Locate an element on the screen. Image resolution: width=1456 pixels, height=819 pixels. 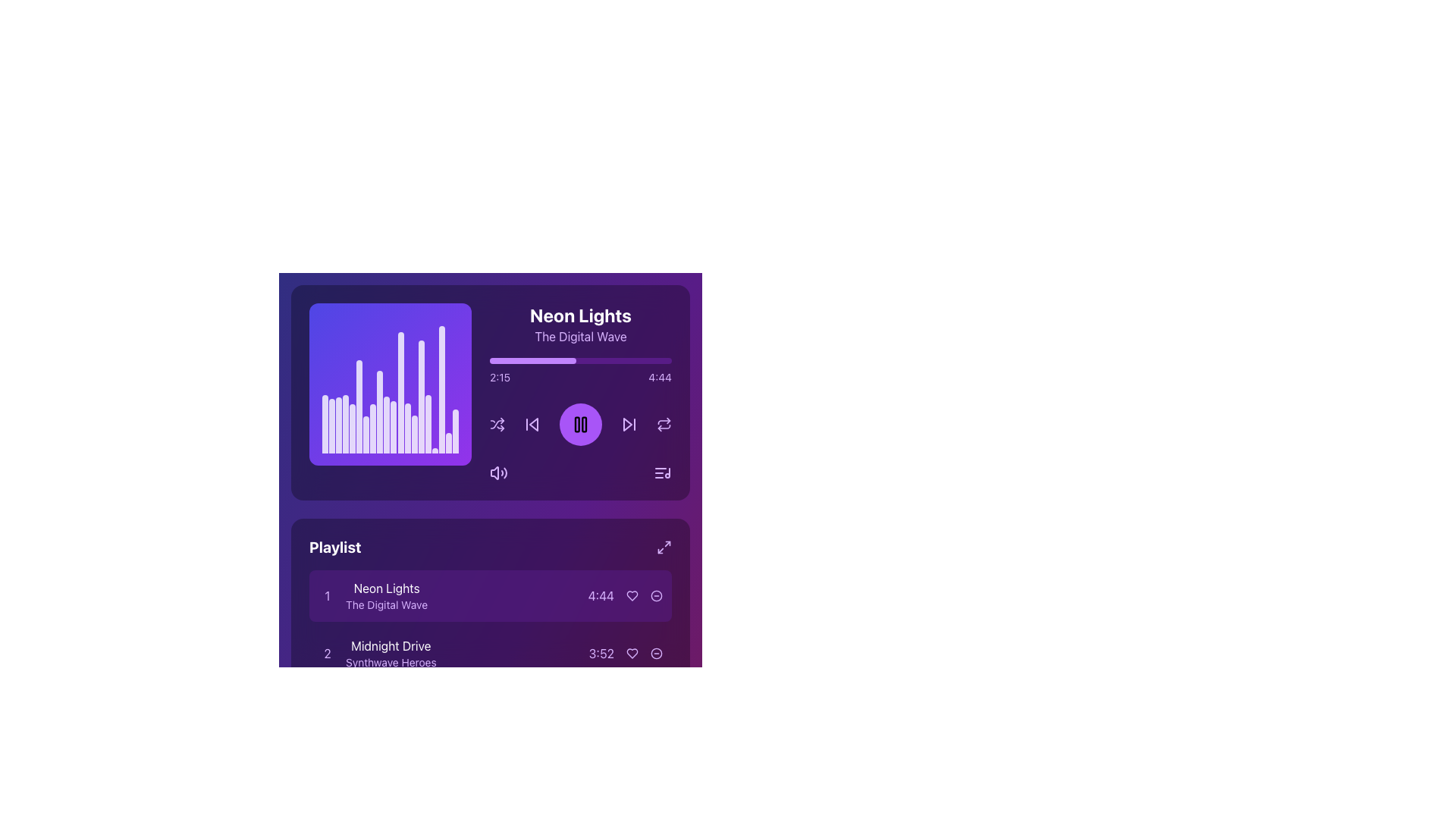
the static text label displaying 'Midnight Drive' and 'Synthwave Heroes', which is the second item in the playlist section of the UI is located at coordinates (391, 652).